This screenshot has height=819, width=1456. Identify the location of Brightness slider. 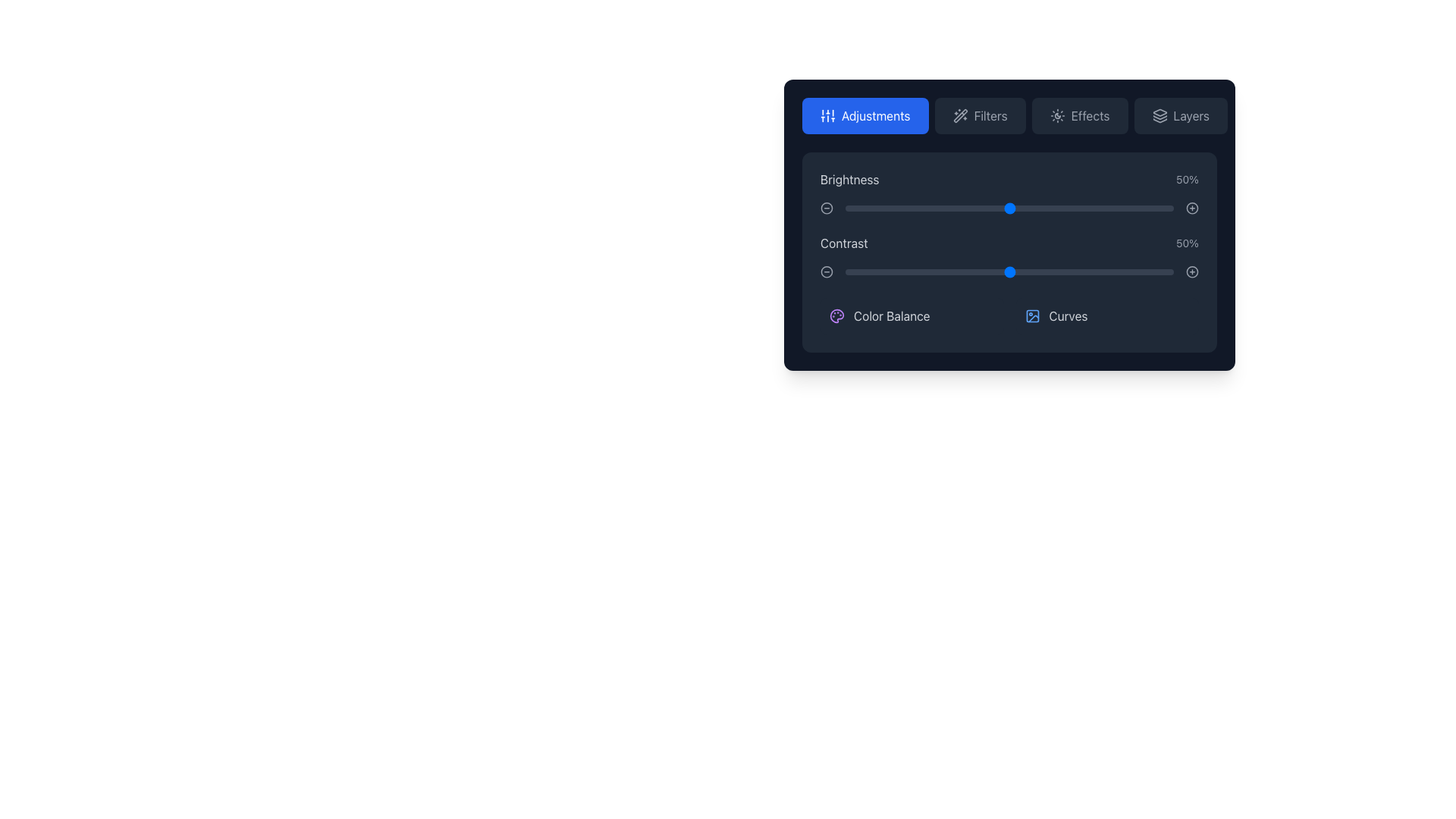
(1121, 208).